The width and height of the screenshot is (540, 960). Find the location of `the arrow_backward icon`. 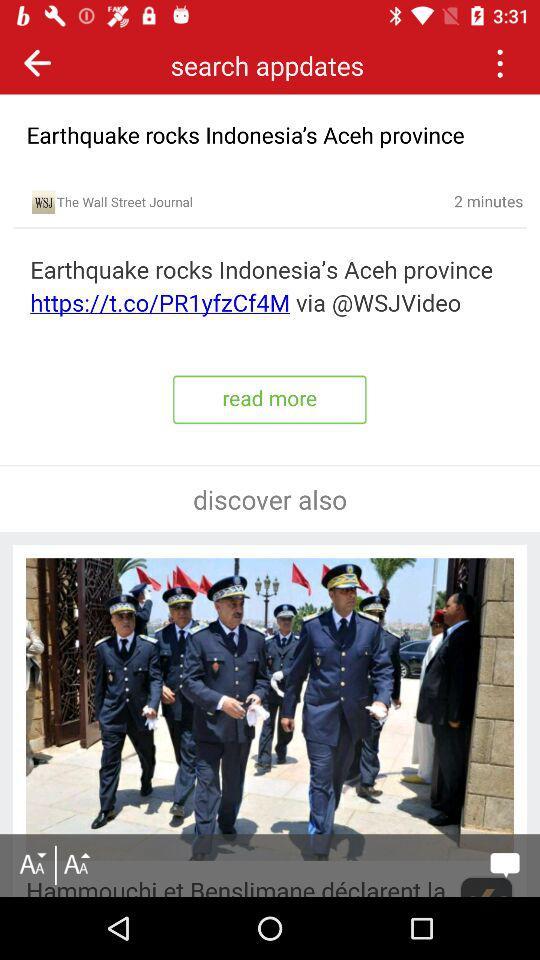

the arrow_backward icon is located at coordinates (37, 62).